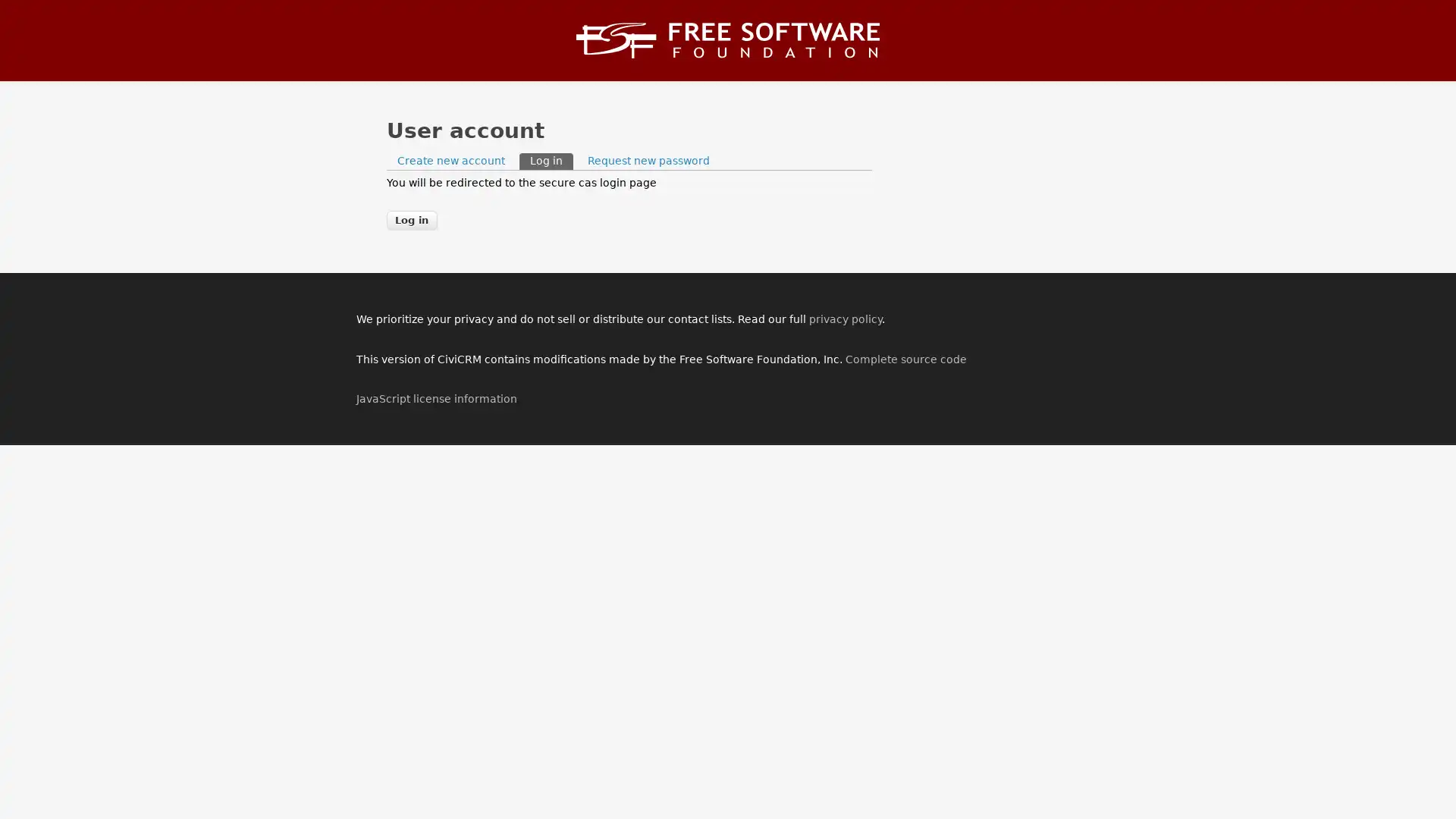 The width and height of the screenshot is (1456, 819). Describe the element at coordinates (411, 220) in the screenshot. I see `Log in` at that location.